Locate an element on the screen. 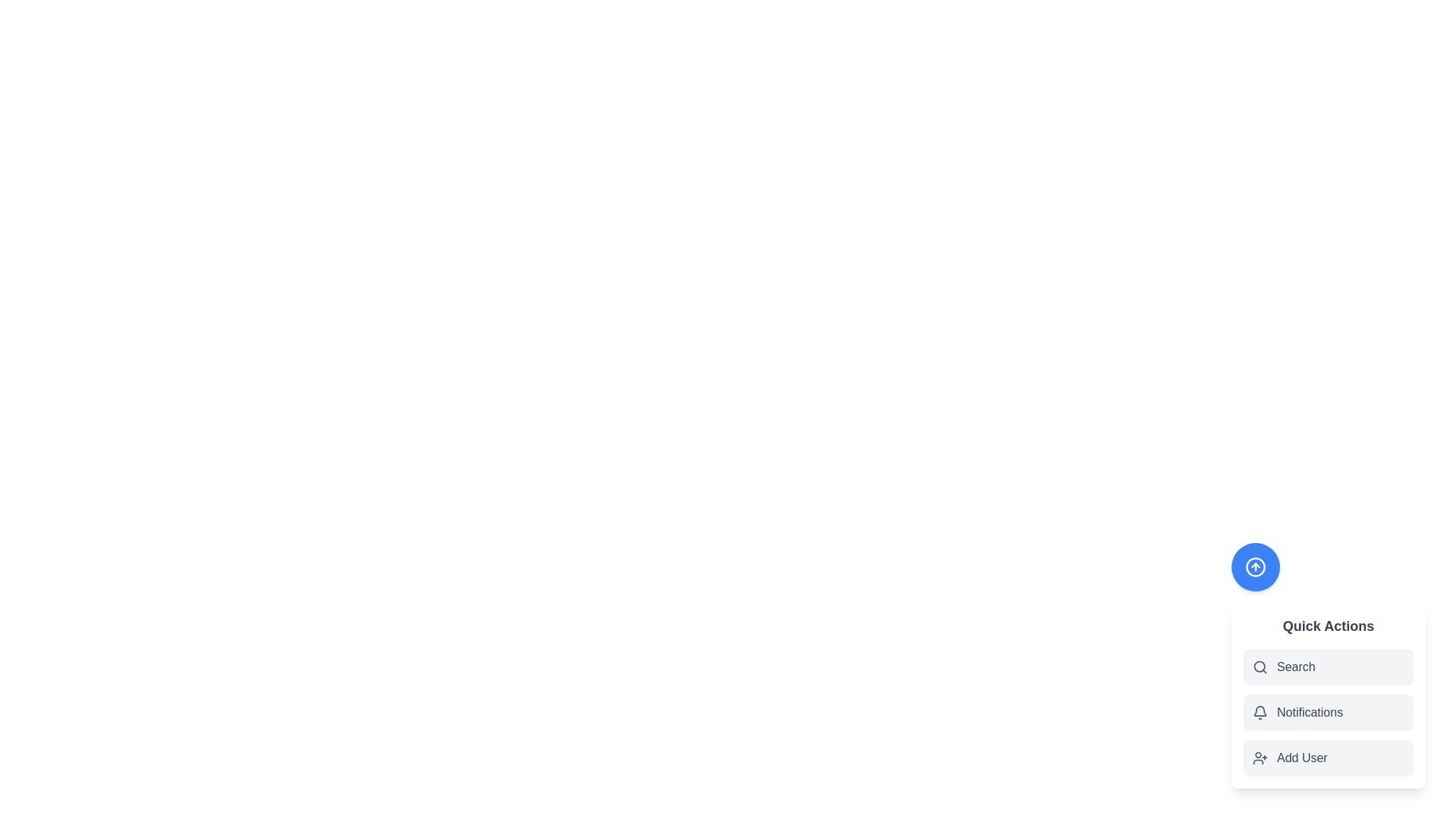 This screenshot has height=819, width=1456. the text label that represents the search functionality, located to the right of the magnifying glass icon in the 'Quick Actions' list is located at coordinates (1295, 666).